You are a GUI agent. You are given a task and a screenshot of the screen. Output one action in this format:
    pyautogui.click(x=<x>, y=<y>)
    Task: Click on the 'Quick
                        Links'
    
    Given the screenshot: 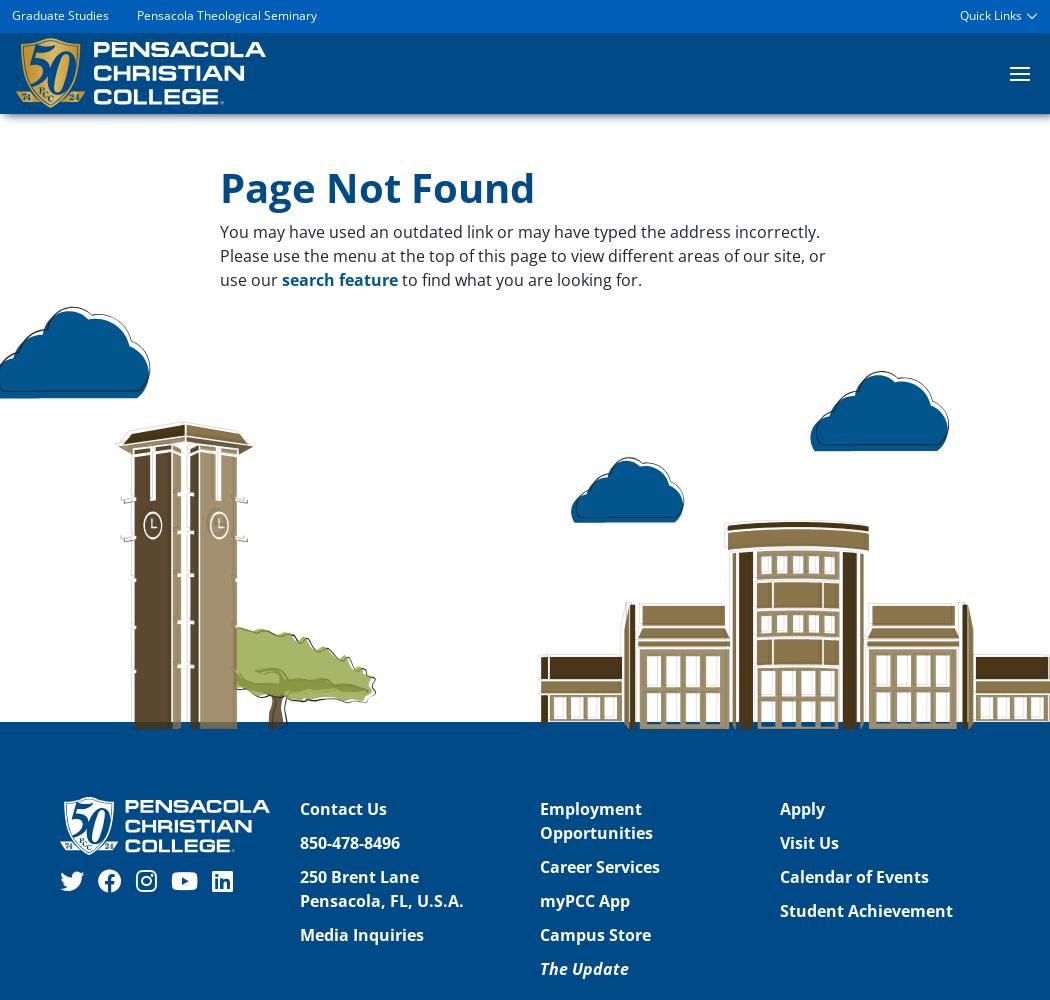 What is the action you would take?
    pyautogui.click(x=990, y=15)
    